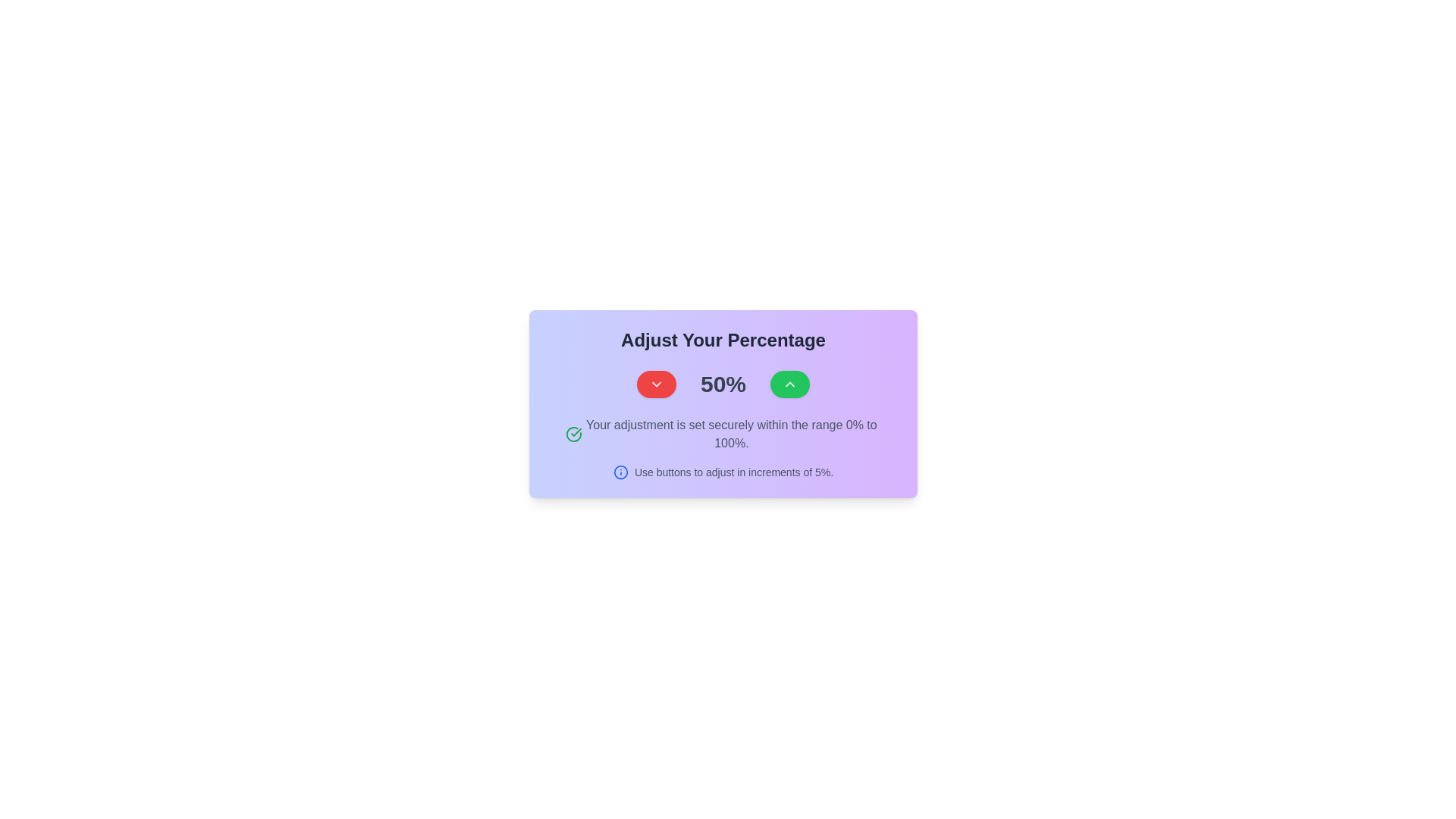  I want to click on the circular graphical element with a blue border, part of the information icon in the bottom-left section of the card widget, so click(620, 472).